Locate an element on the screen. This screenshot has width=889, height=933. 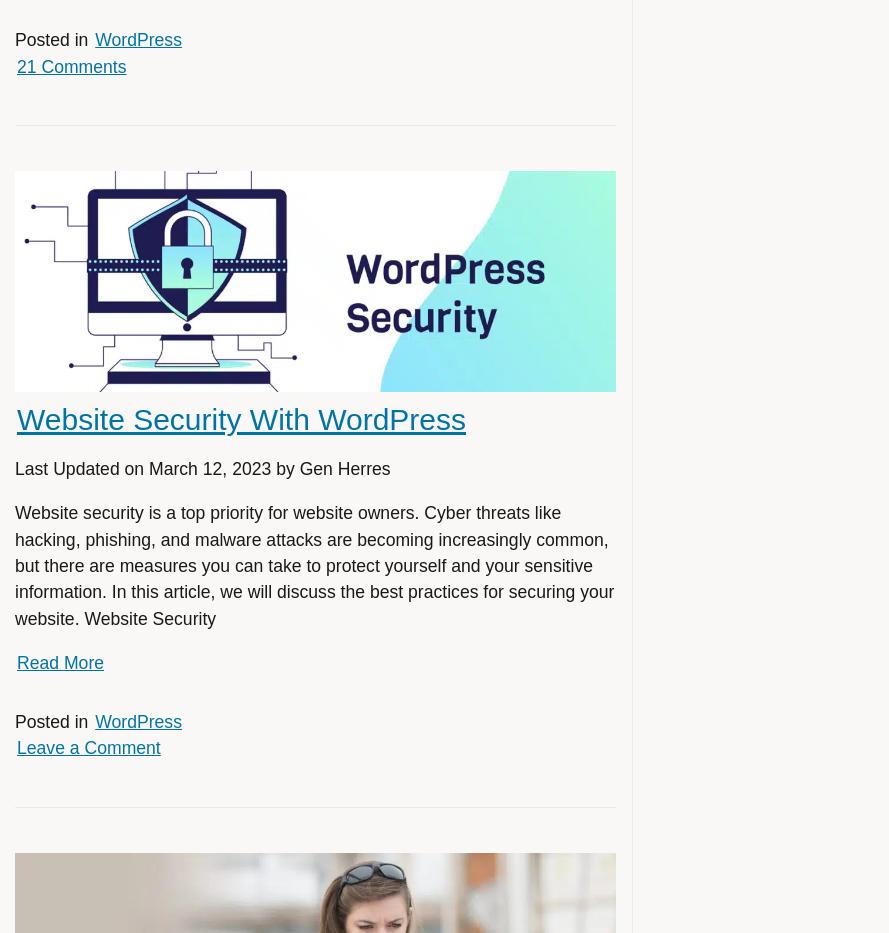
'March 12, 2023' is located at coordinates (208, 469).